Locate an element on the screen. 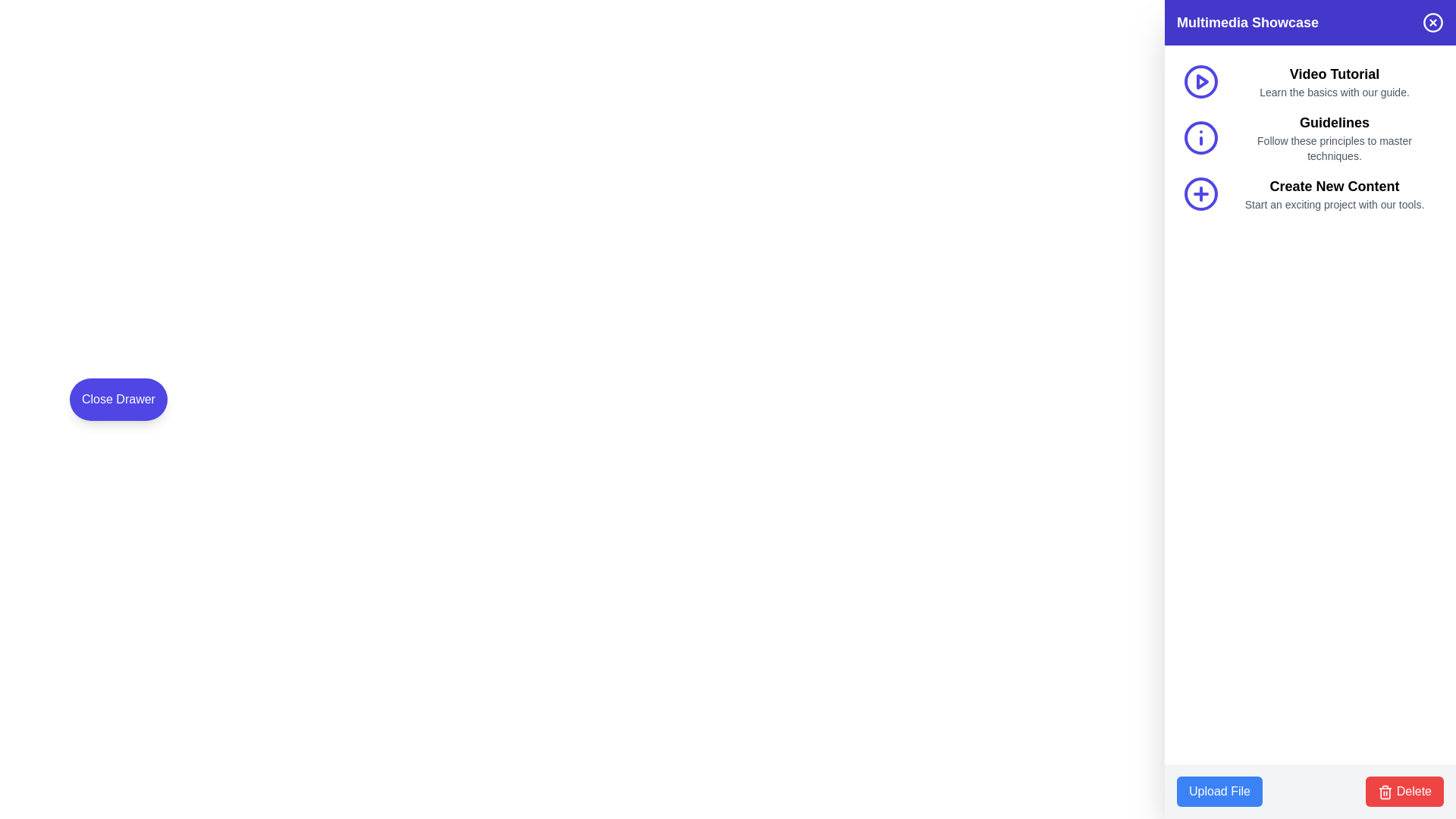  the informational section with the blue circular information icon and the heading 'Guidelines' is located at coordinates (1310, 137).